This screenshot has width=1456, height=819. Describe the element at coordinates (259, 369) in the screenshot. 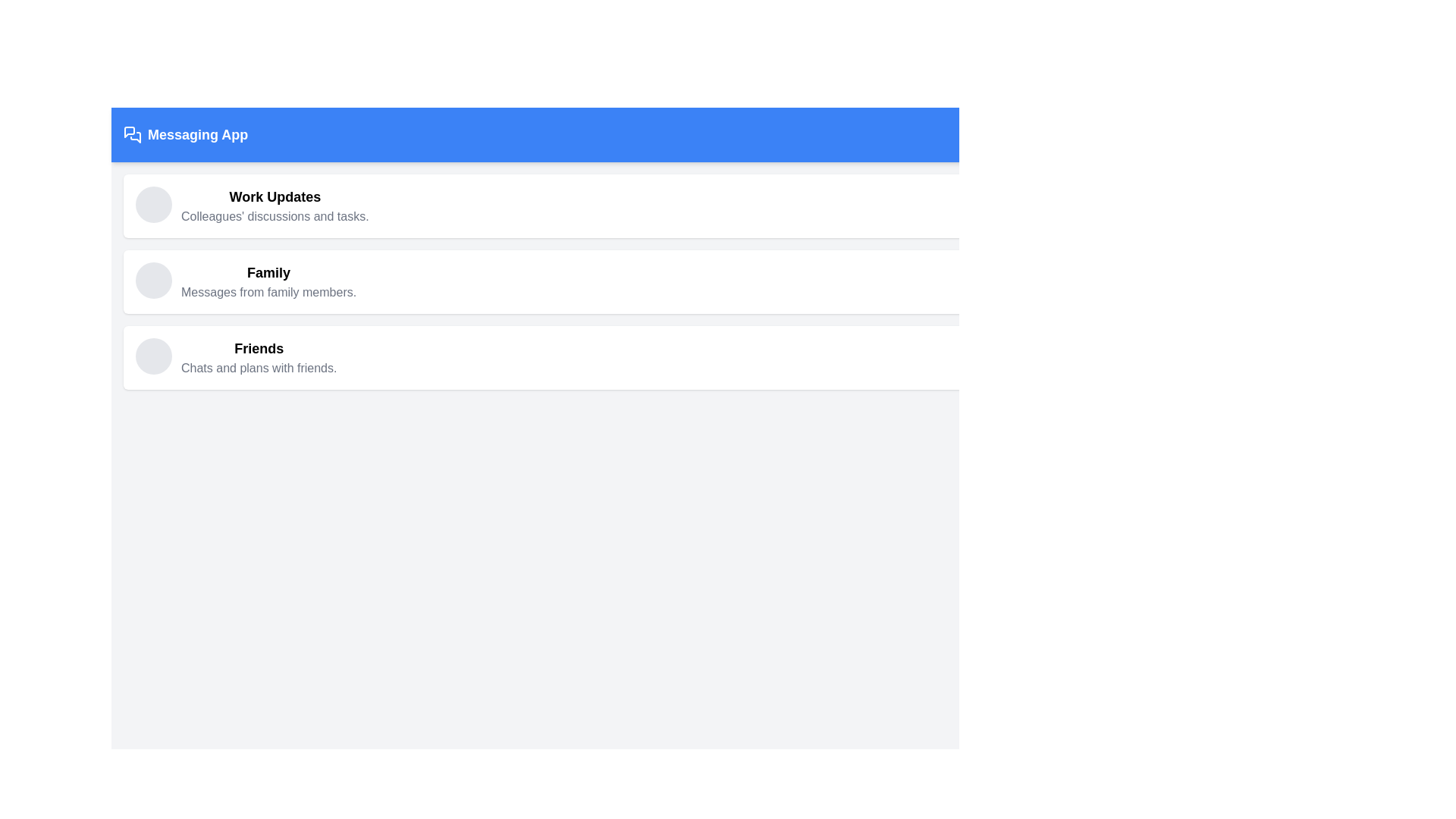

I see `the text element that says 'Chats and plans with friends.', which is located directly under the bold 'Friends' text in the third item of the vertical list under the 'Messaging App' header` at that location.